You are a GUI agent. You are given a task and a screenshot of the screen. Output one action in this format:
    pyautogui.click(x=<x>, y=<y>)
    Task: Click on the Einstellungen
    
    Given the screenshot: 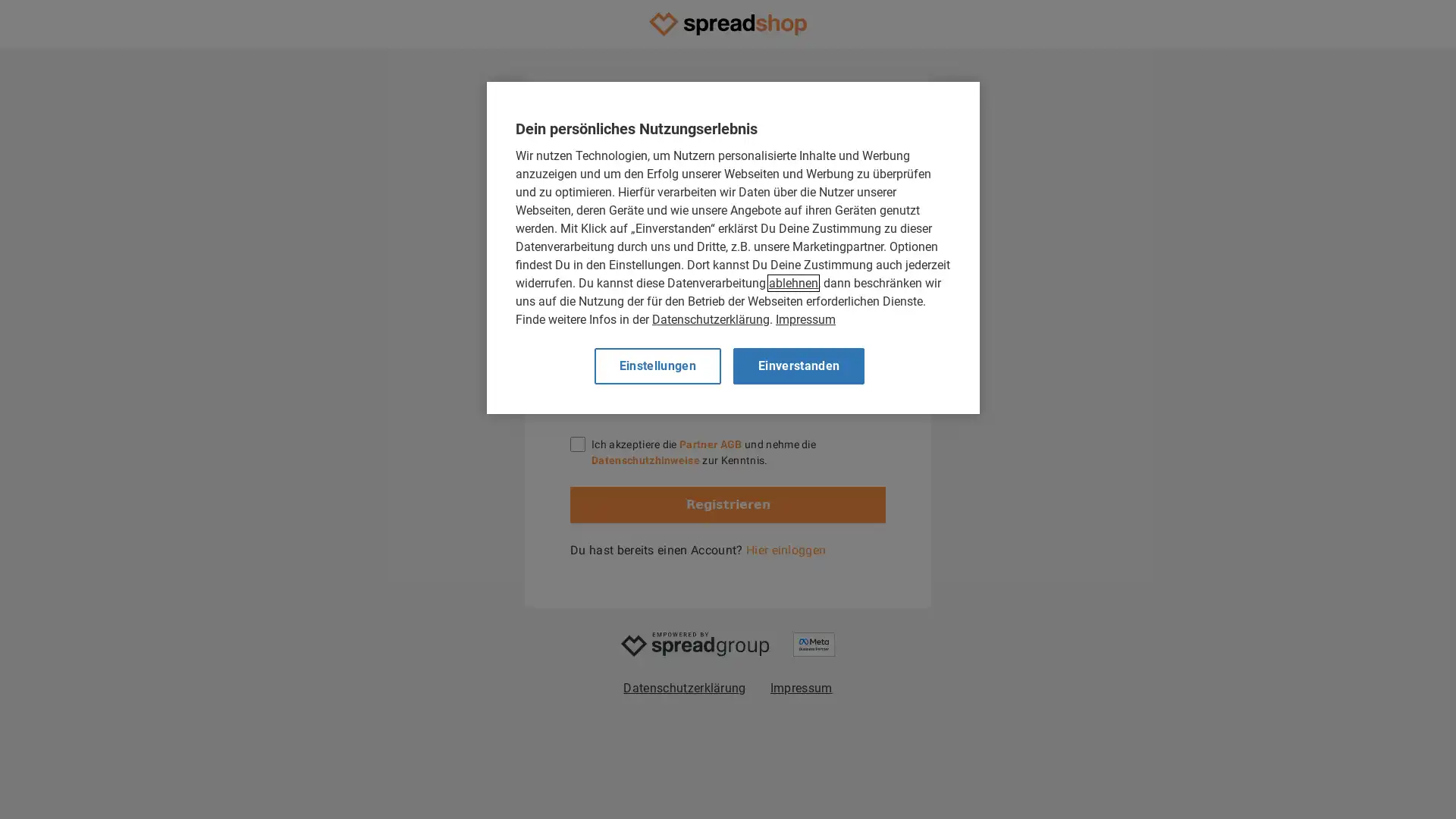 What is the action you would take?
    pyautogui.click(x=657, y=366)
    